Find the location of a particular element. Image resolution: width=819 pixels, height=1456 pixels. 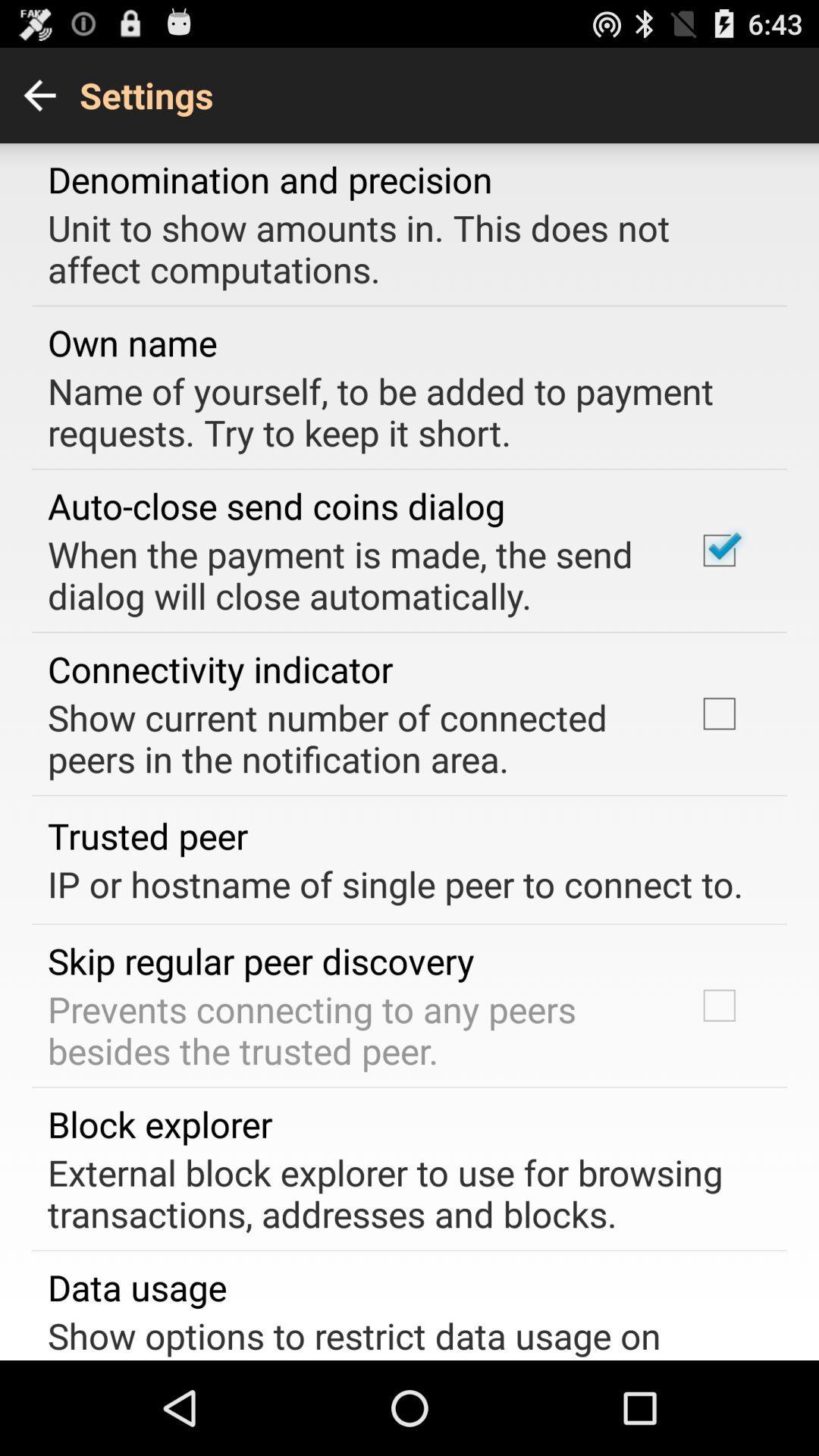

the show current number app is located at coordinates (351, 738).